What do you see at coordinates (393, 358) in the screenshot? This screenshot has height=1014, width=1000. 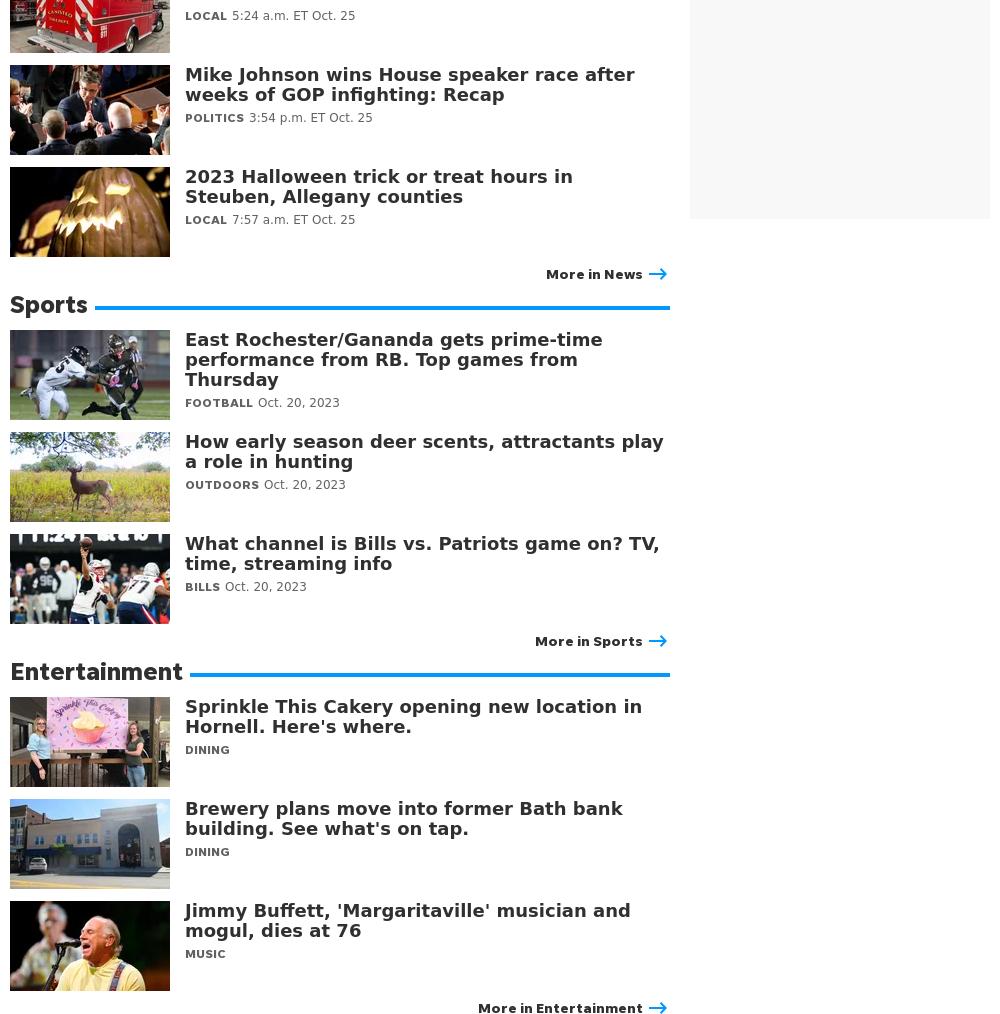 I see `'East Rochester/Gananda gets prime-time performance from RB. Top games from Thursday'` at bounding box center [393, 358].